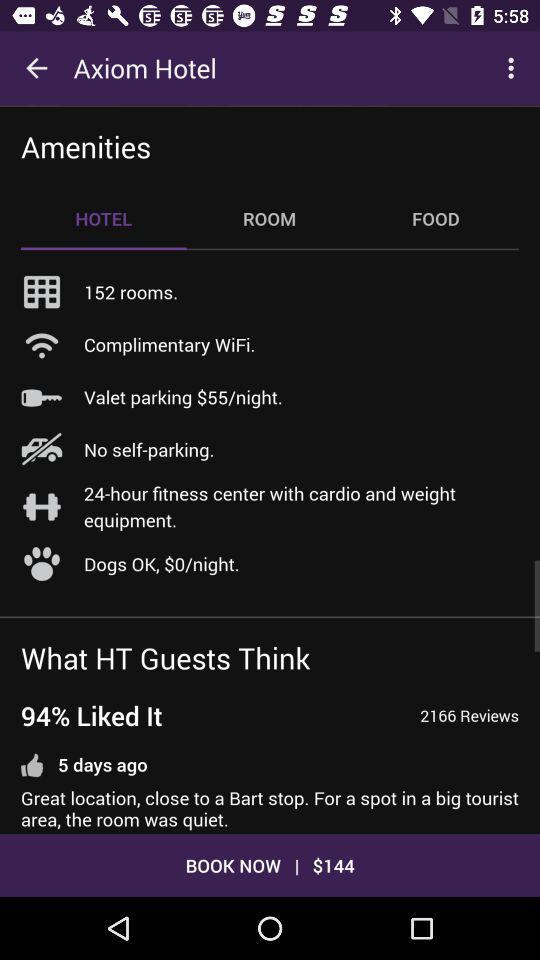 This screenshot has height=960, width=540. I want to click on book now   |   $144, so click(270, 864).